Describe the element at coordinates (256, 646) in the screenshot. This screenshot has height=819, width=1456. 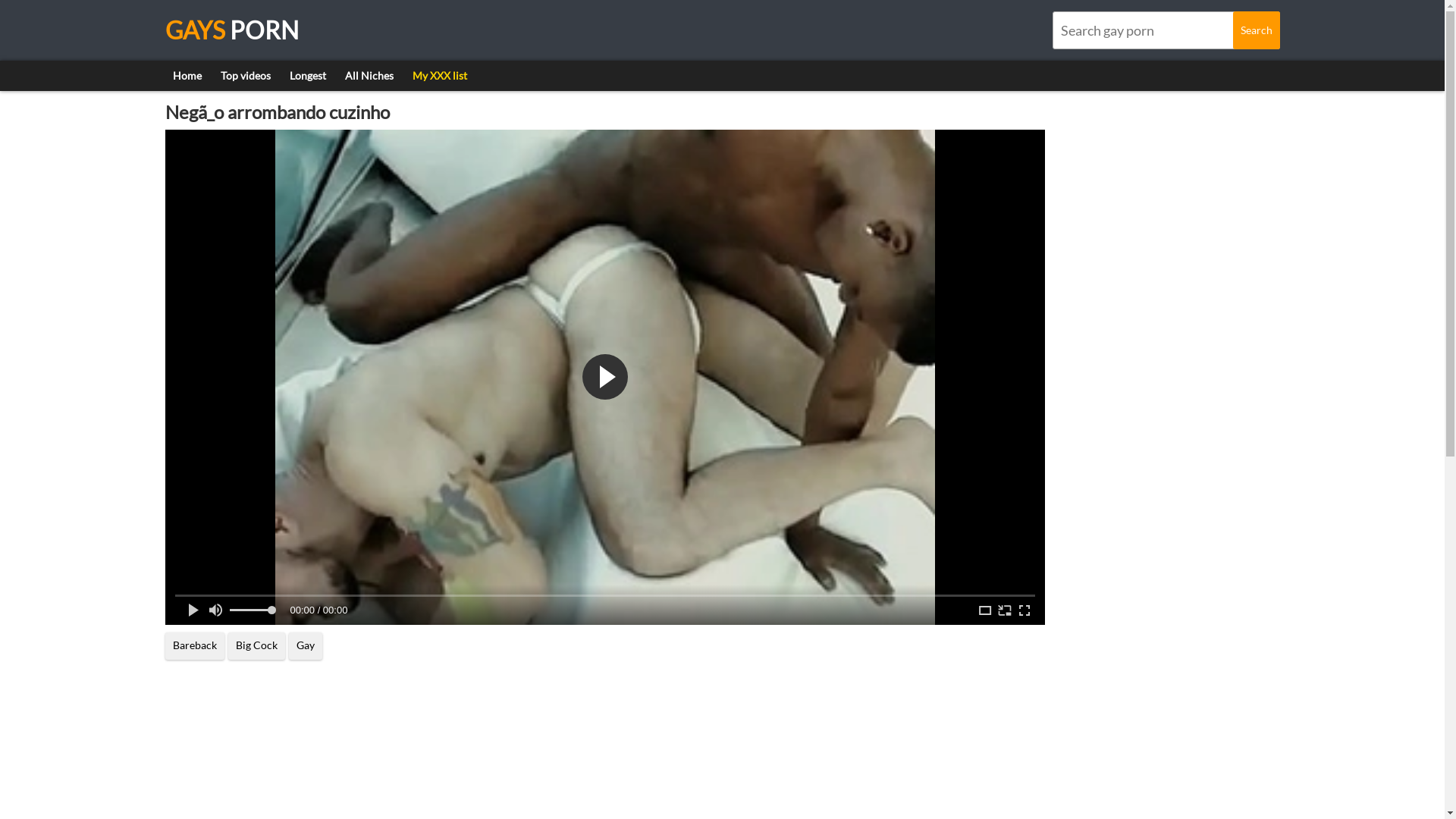
I see `'Big Cock'` at that location.